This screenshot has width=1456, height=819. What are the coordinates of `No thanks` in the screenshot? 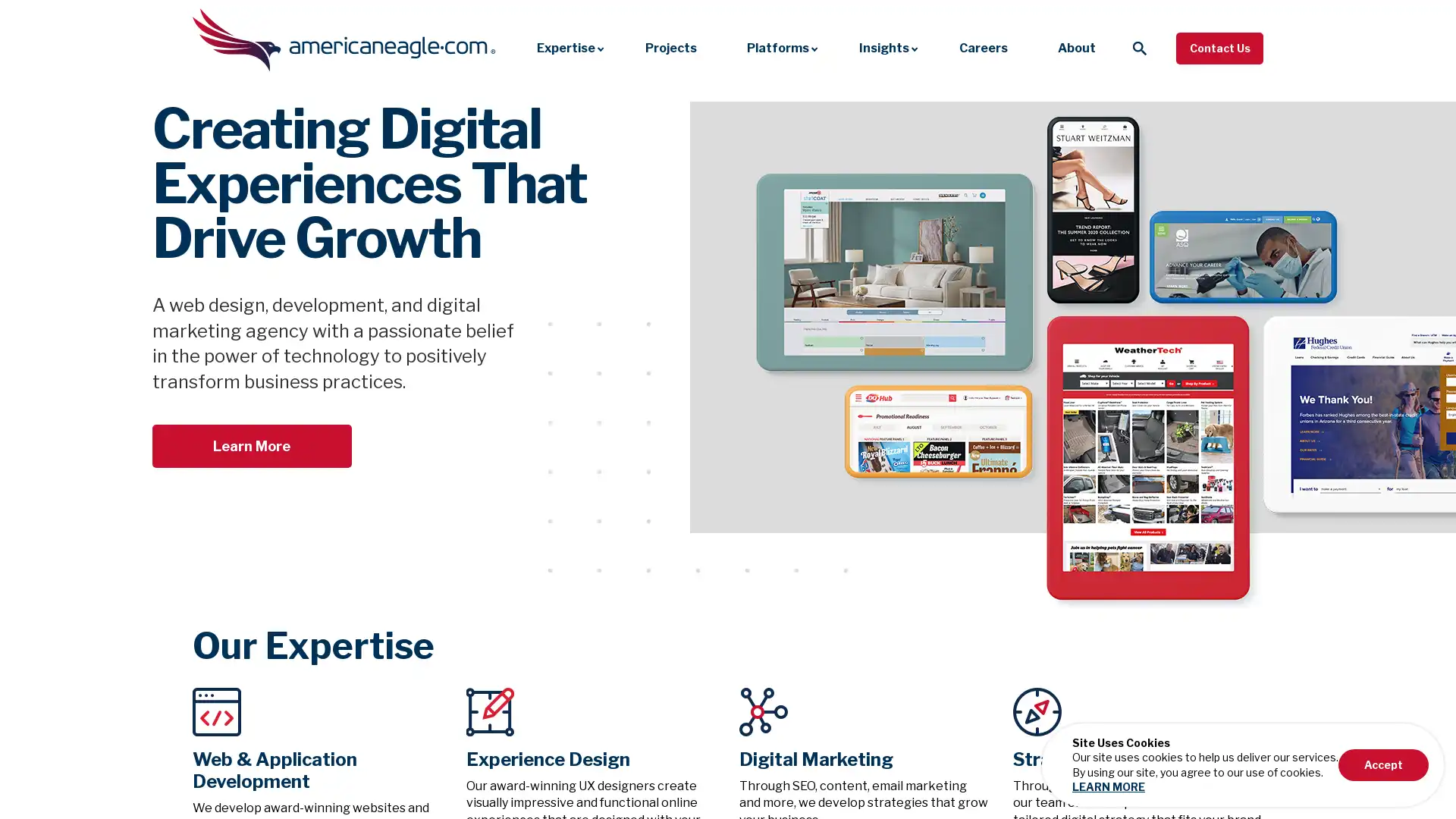 It's located at (1360, 802).